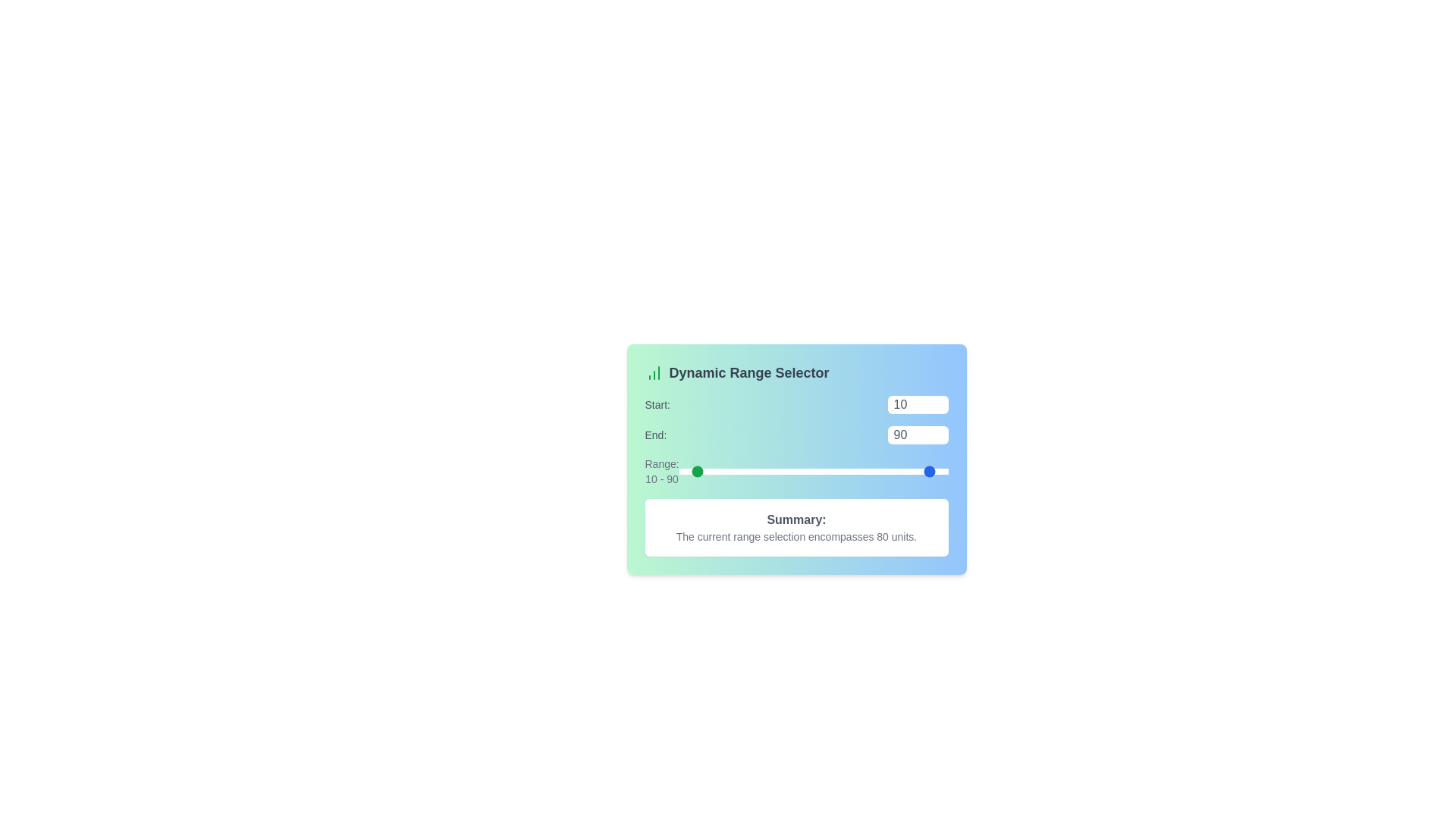 The width and height of the screenshot is (1456, 819). What do you see at coordinates (917, 435) in the screenshot?
I see `the 'End' range value to 36 using the input box` at bounding box center [917, 435].